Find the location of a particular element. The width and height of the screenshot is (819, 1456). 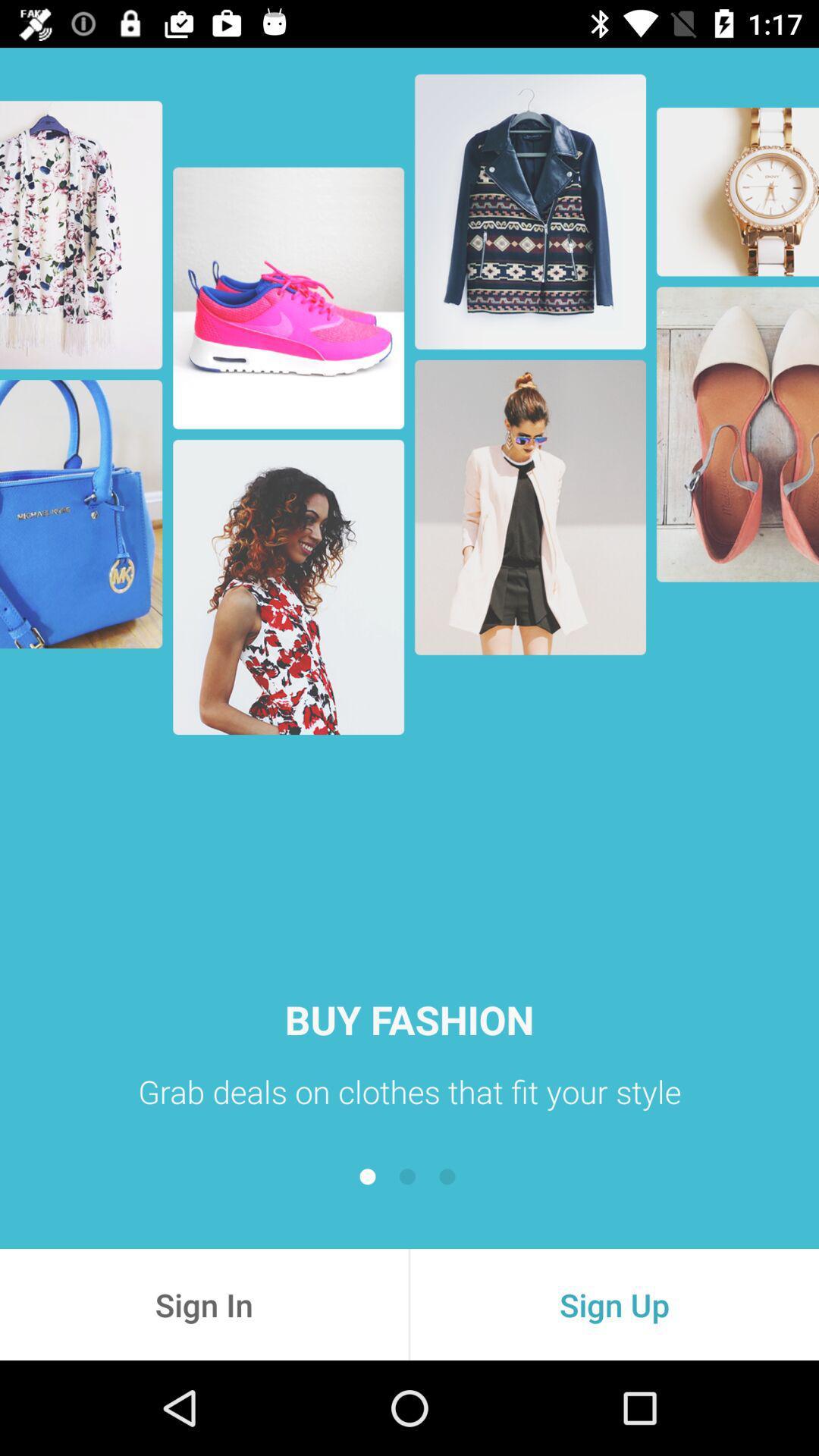

sign in item is located at coordinates (203, 1304).